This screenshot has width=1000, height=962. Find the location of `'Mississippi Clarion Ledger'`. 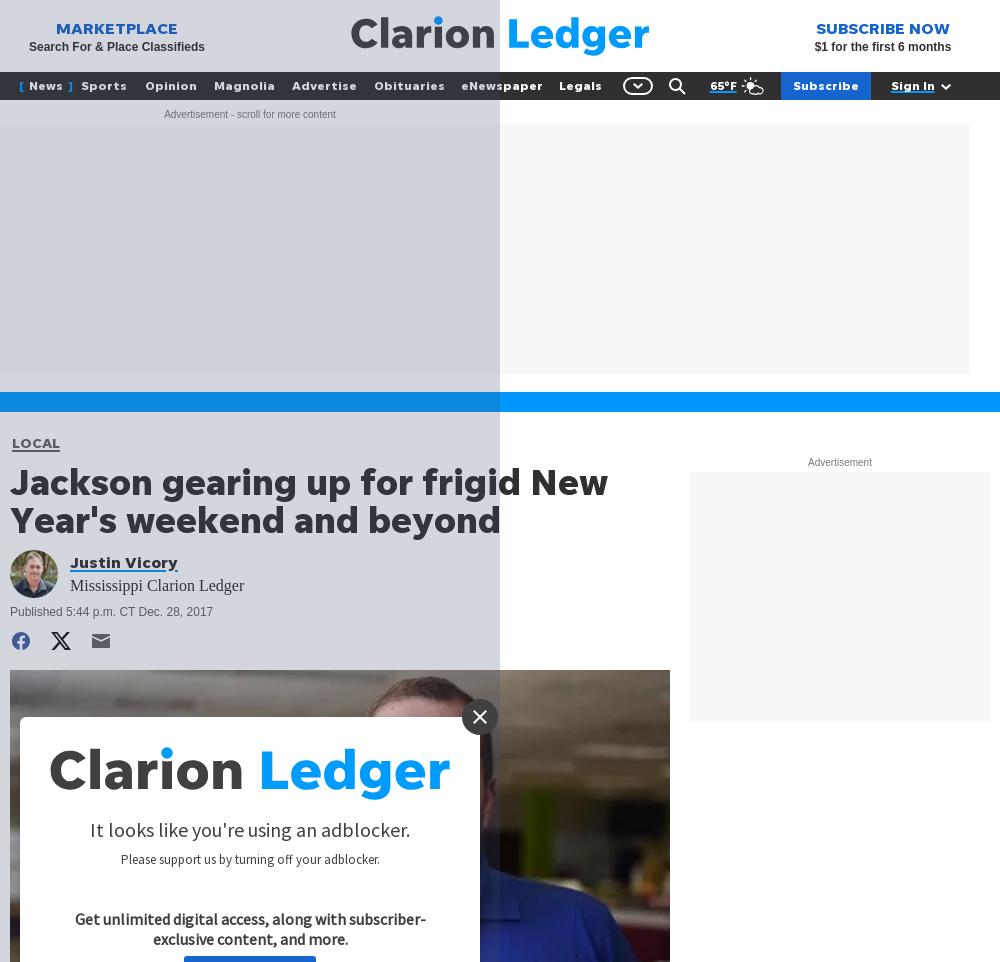

'Mississippi Clarion Ledger' is located at coordinates (157, 584).